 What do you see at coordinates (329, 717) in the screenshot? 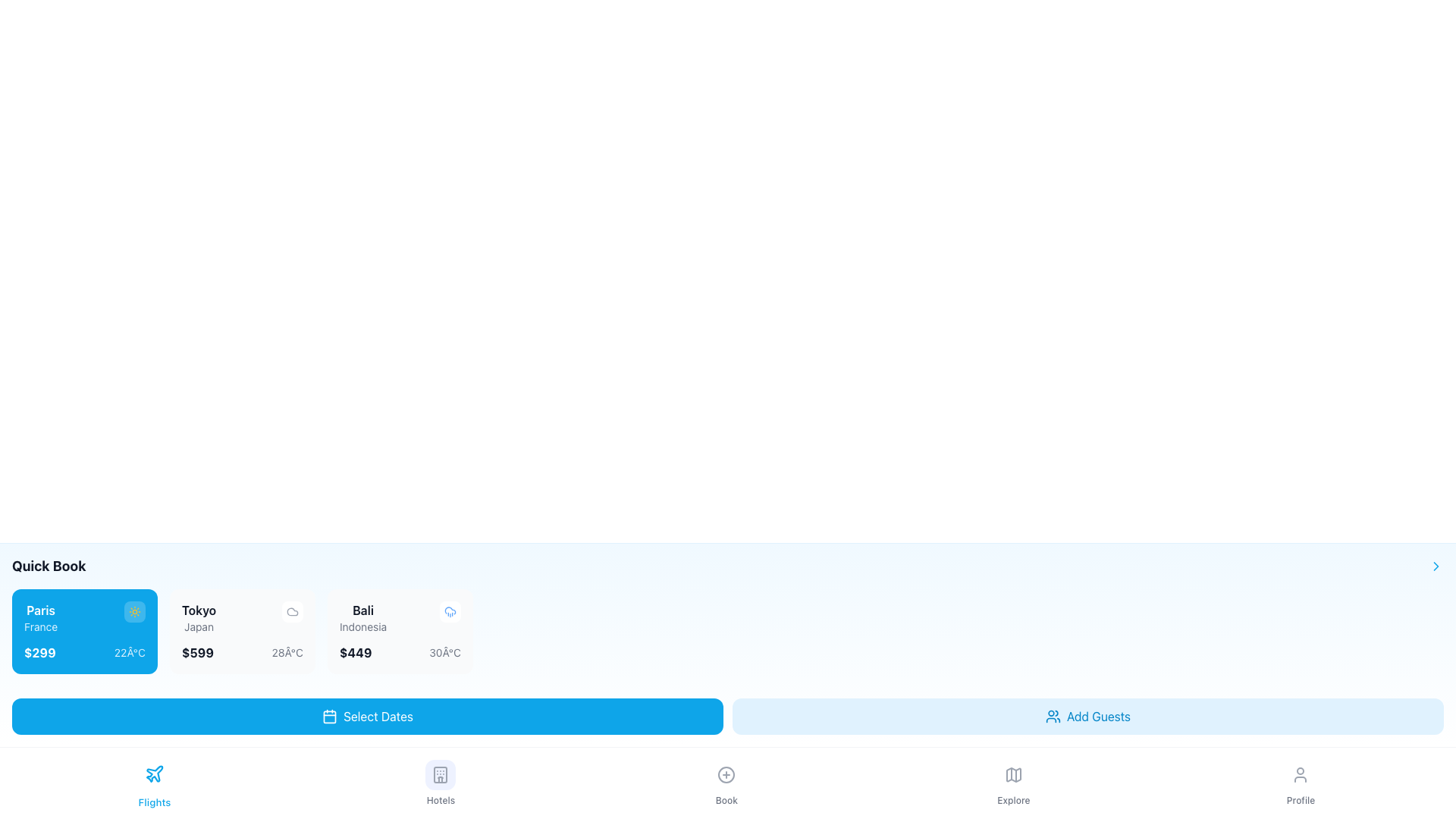
I see `the wireframe calendar icon located on the left side of the 'Select Dates' button in the navigation bar` at bounding box center [329, 717].